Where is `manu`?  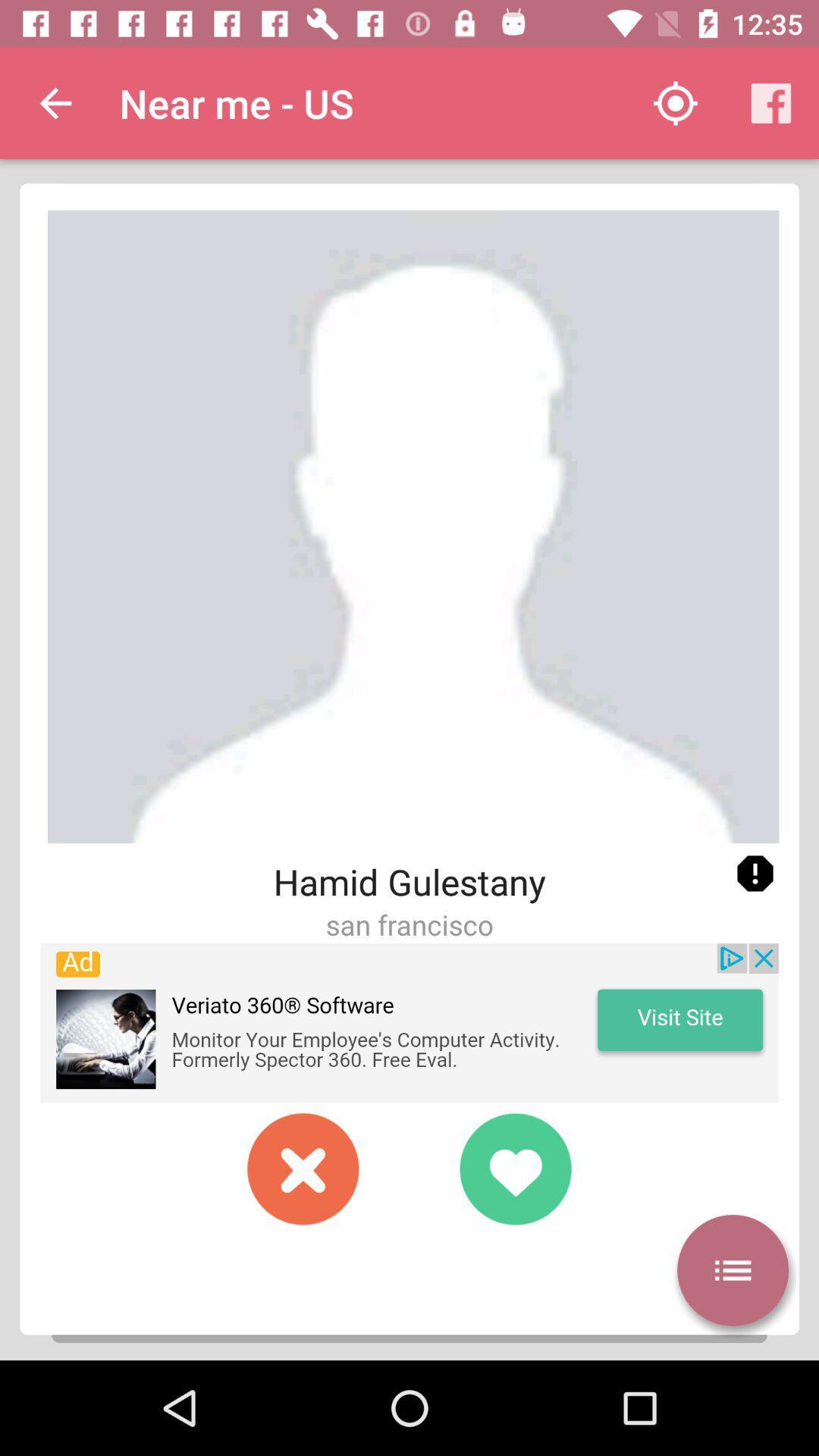 manu is located at coordinates (732, 1270).